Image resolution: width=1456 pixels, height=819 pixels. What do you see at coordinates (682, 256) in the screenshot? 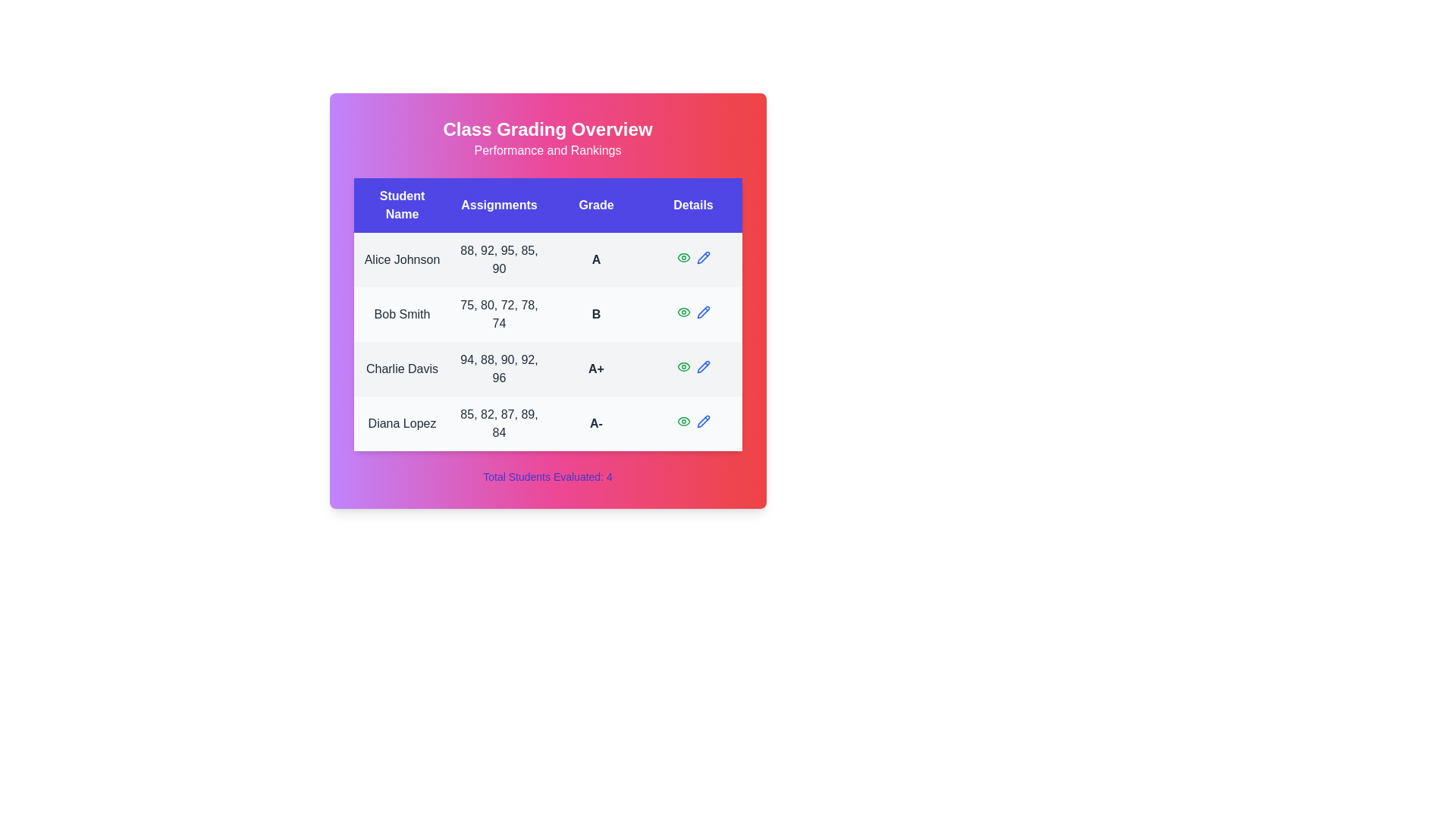
I see `eye icon for the student Alice Johnson to view detailed information` at bounding box center [682, 256].